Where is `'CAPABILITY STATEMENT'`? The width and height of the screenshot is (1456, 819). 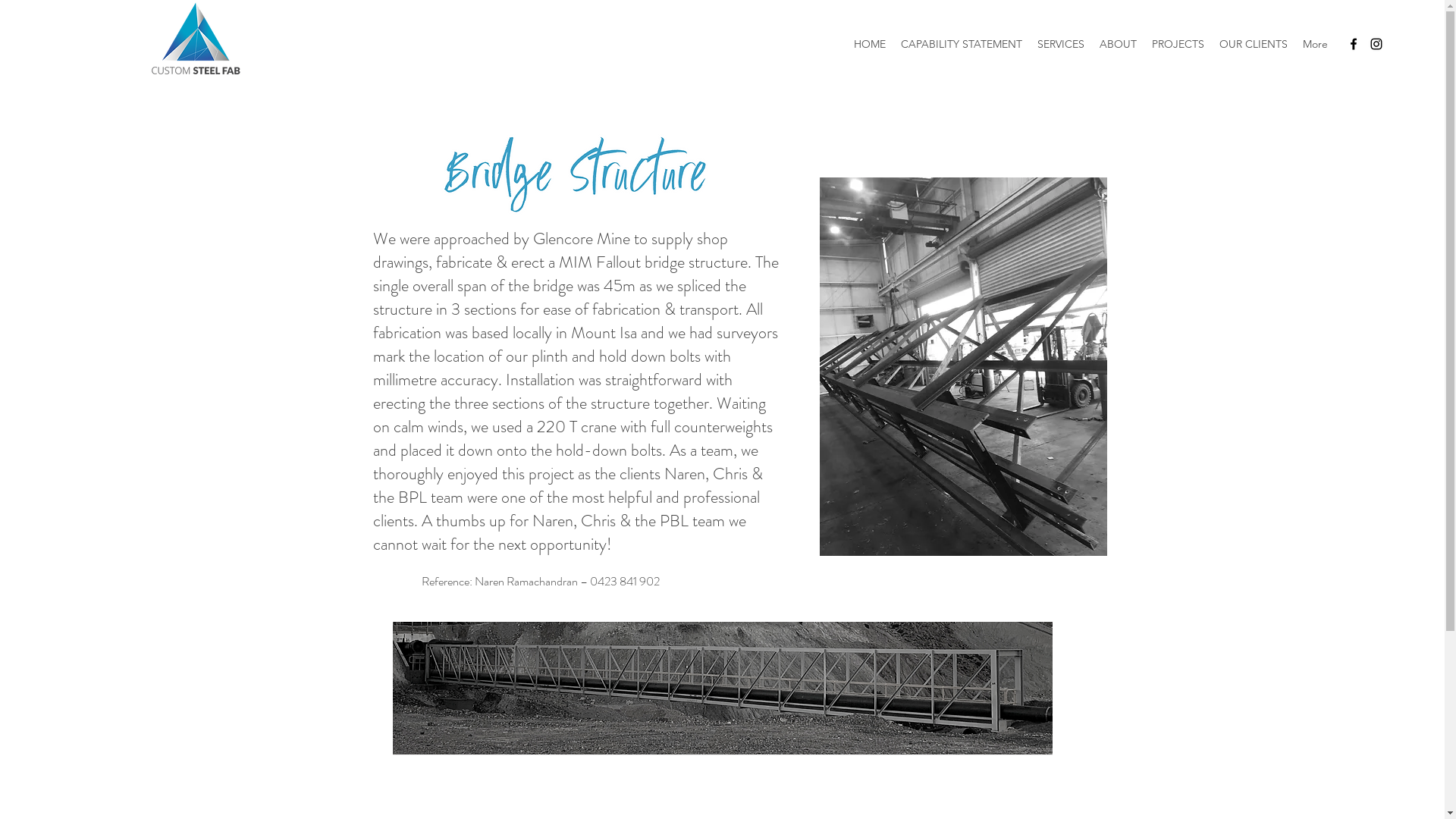 'CAPABILITY STATEMENT' is located at coordinates (893, 42).